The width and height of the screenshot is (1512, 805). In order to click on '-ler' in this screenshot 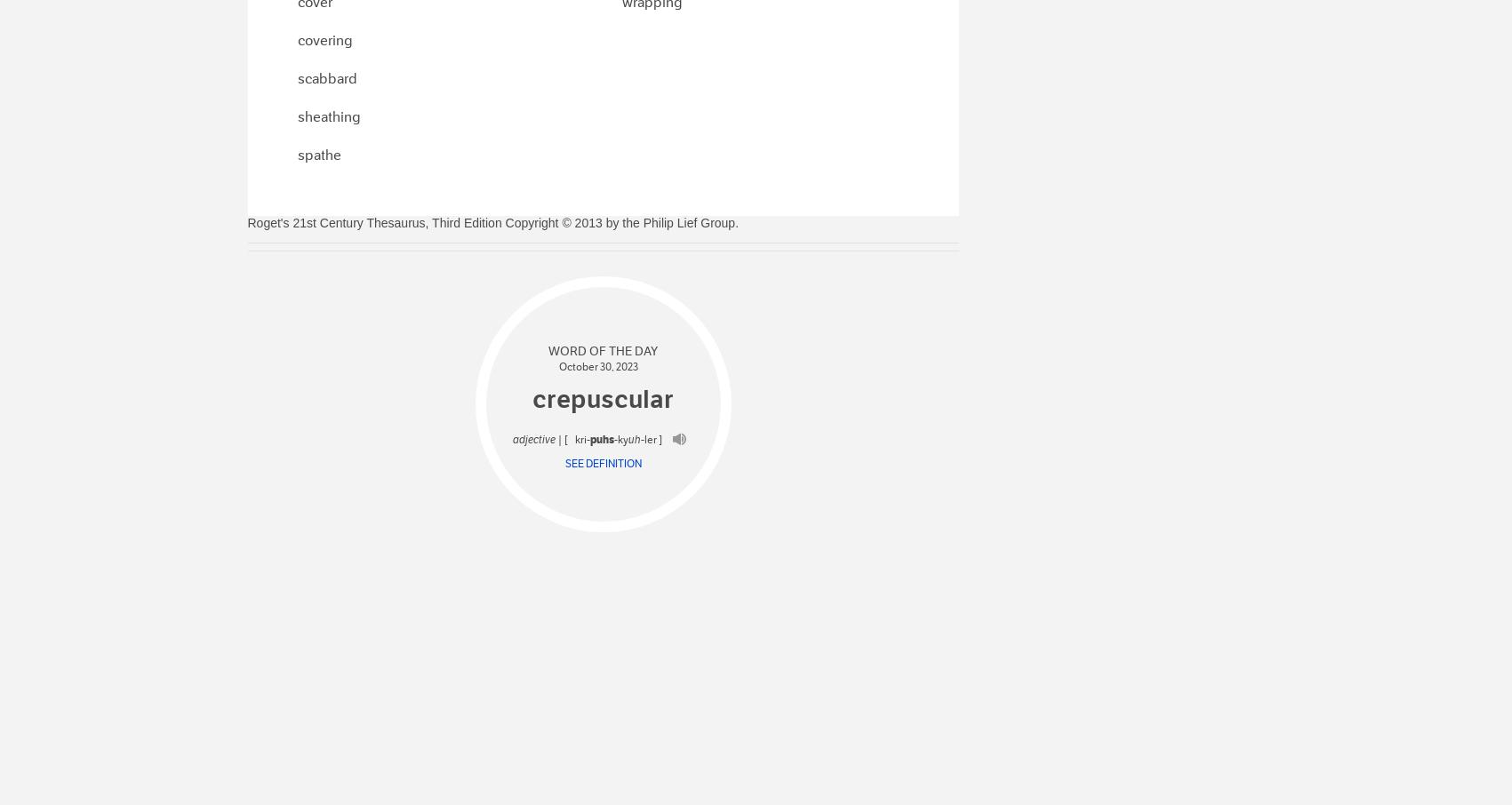, I will do `click(639, 438)`.